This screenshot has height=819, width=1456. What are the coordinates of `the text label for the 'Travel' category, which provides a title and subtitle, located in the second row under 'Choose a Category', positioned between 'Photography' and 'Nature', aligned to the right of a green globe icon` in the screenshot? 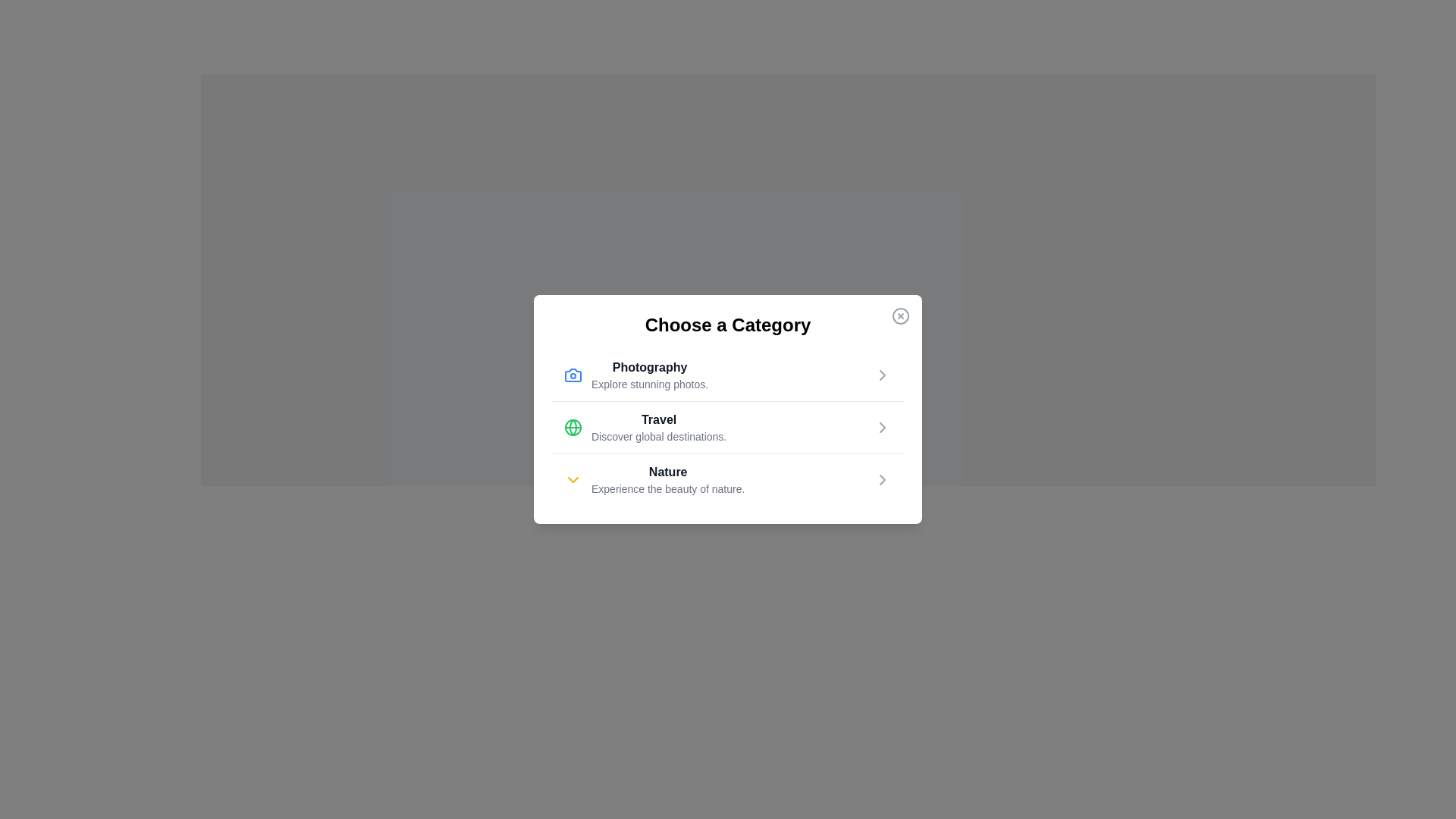 It's located at (659, 427).